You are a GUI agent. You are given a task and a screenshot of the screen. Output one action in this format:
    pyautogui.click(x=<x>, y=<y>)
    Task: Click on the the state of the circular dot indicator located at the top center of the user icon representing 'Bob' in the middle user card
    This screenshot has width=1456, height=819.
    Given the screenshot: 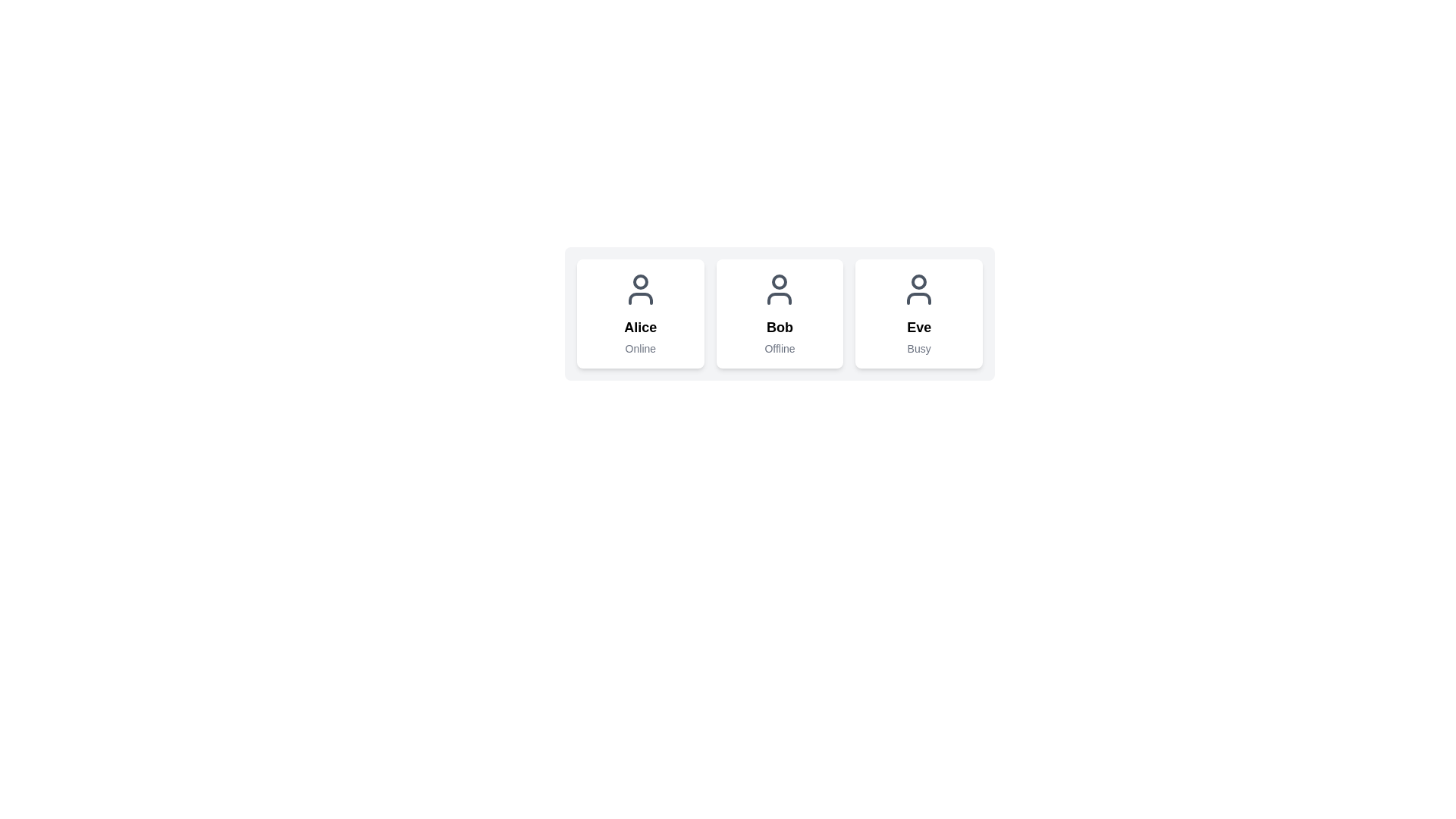 What is the action you would take?
    pyautogui.click(x=780, y=281)
    